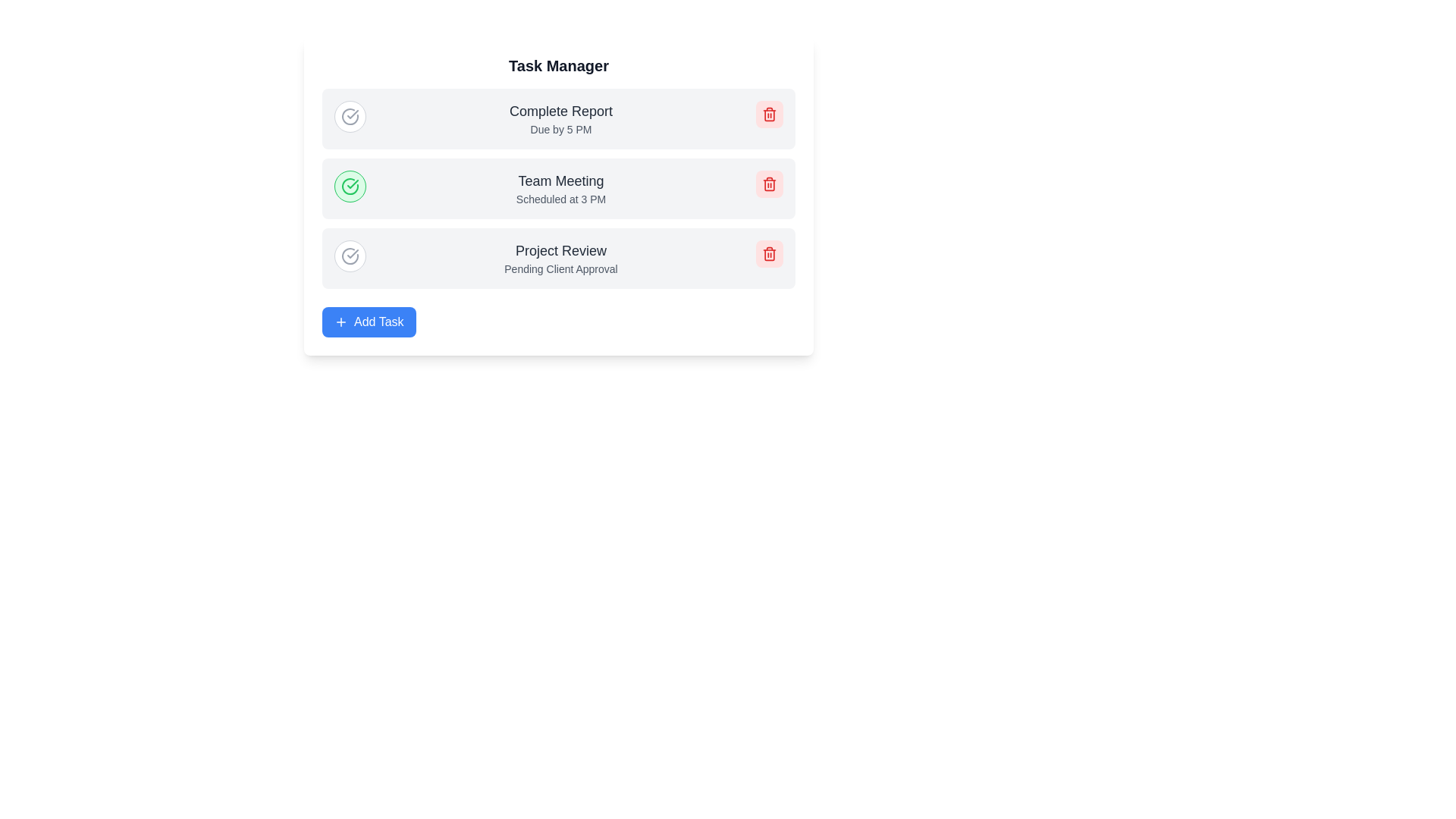 The image size is (1456, 819). Describe the element at coordinates (769, 253) in the screenshot. I see `the delete button for the task labeled 'Project Review'` at that location.